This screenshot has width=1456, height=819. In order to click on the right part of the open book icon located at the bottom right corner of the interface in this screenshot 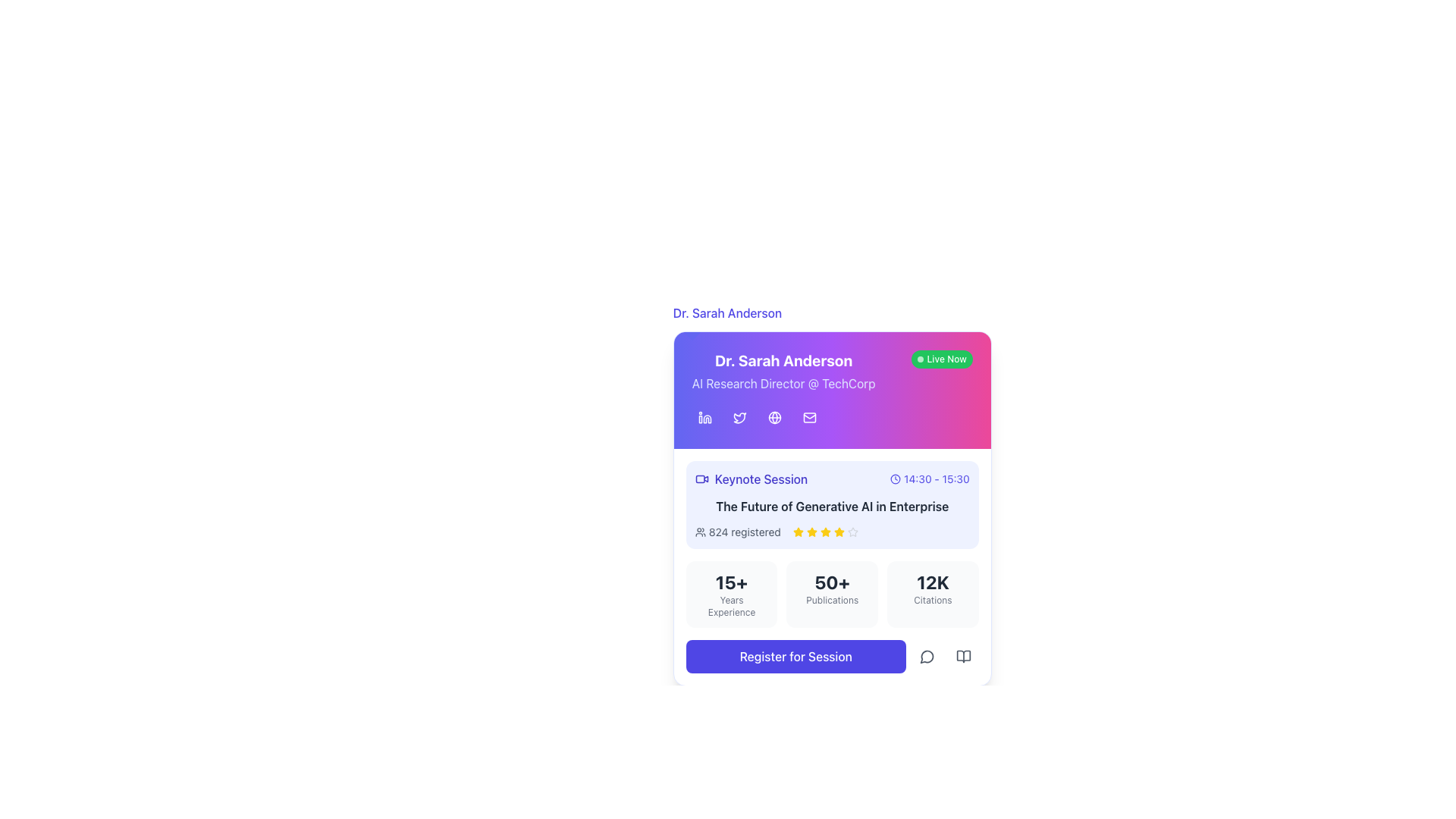, I will do `click(962, 656)`.